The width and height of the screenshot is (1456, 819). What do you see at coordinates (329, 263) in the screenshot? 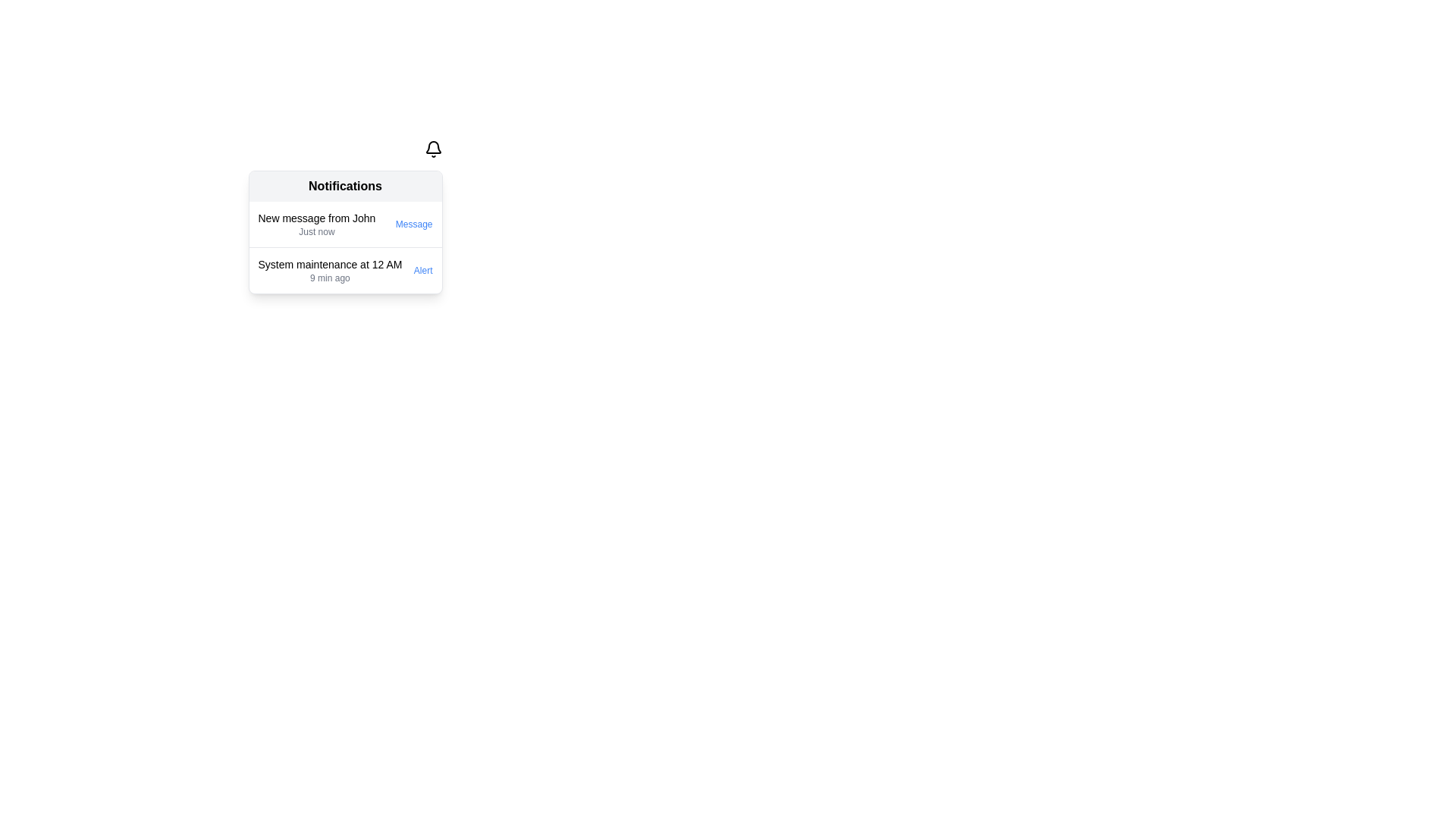
I see `static text element that displays 'System maintenance at 12 AM', which is styled with a small-sized, bold font and located within the notification panel under the title 'Notifications'` at bounding box center [329, 263].